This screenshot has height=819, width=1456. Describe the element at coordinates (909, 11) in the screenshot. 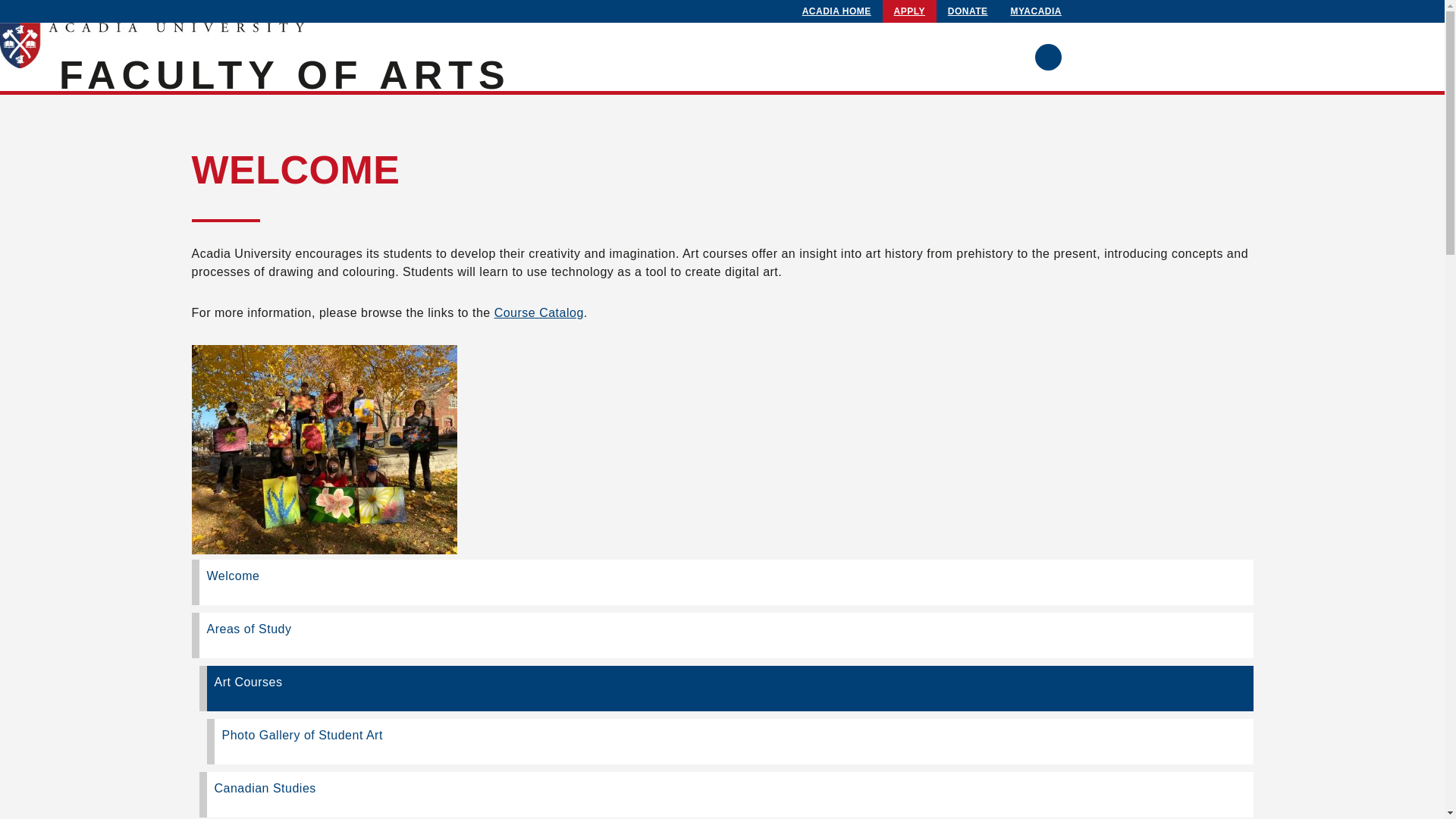

I see `'APPLY'` at that location.